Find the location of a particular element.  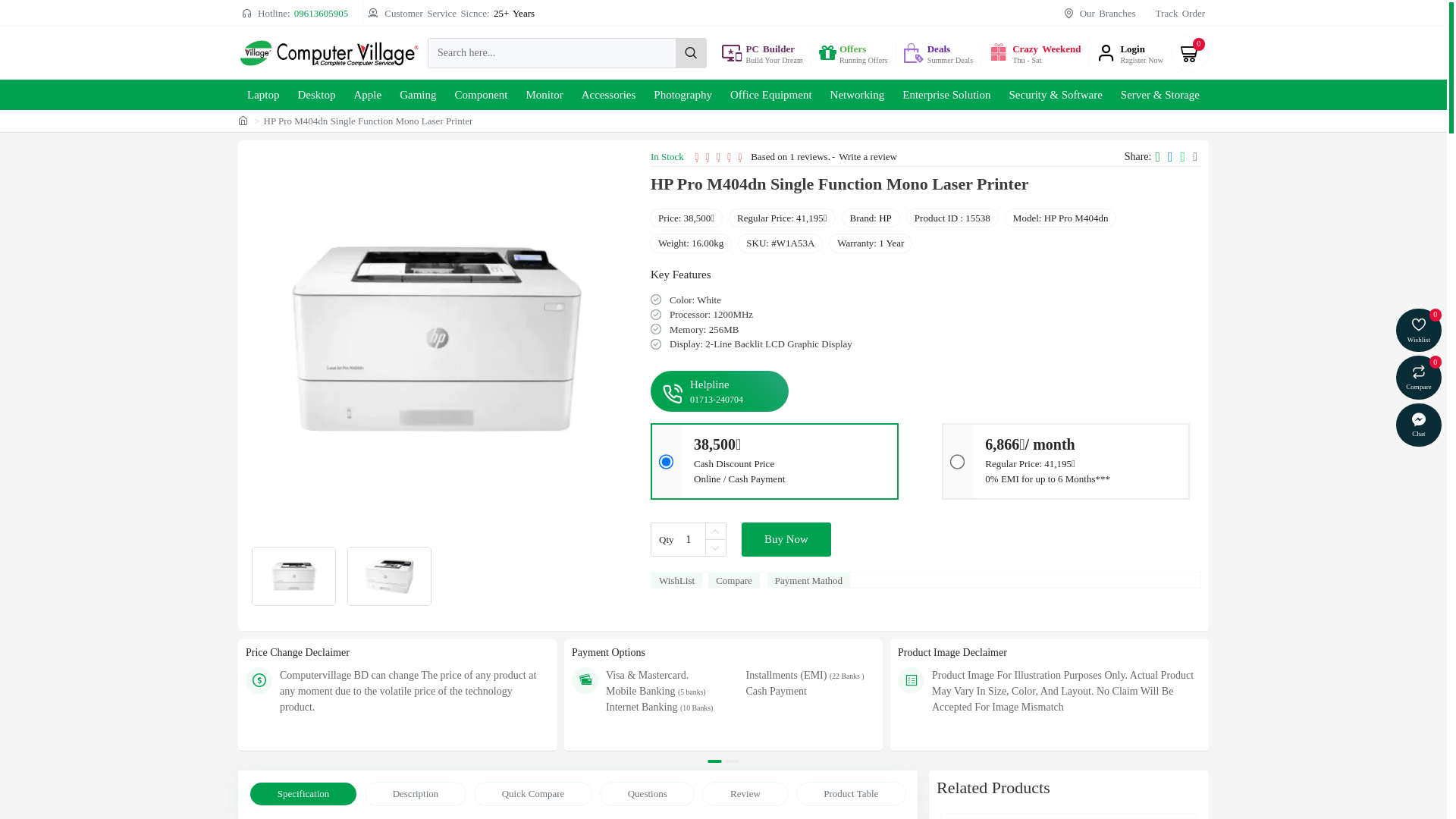

'Security & Software' is located at coordinates (1054, 94).